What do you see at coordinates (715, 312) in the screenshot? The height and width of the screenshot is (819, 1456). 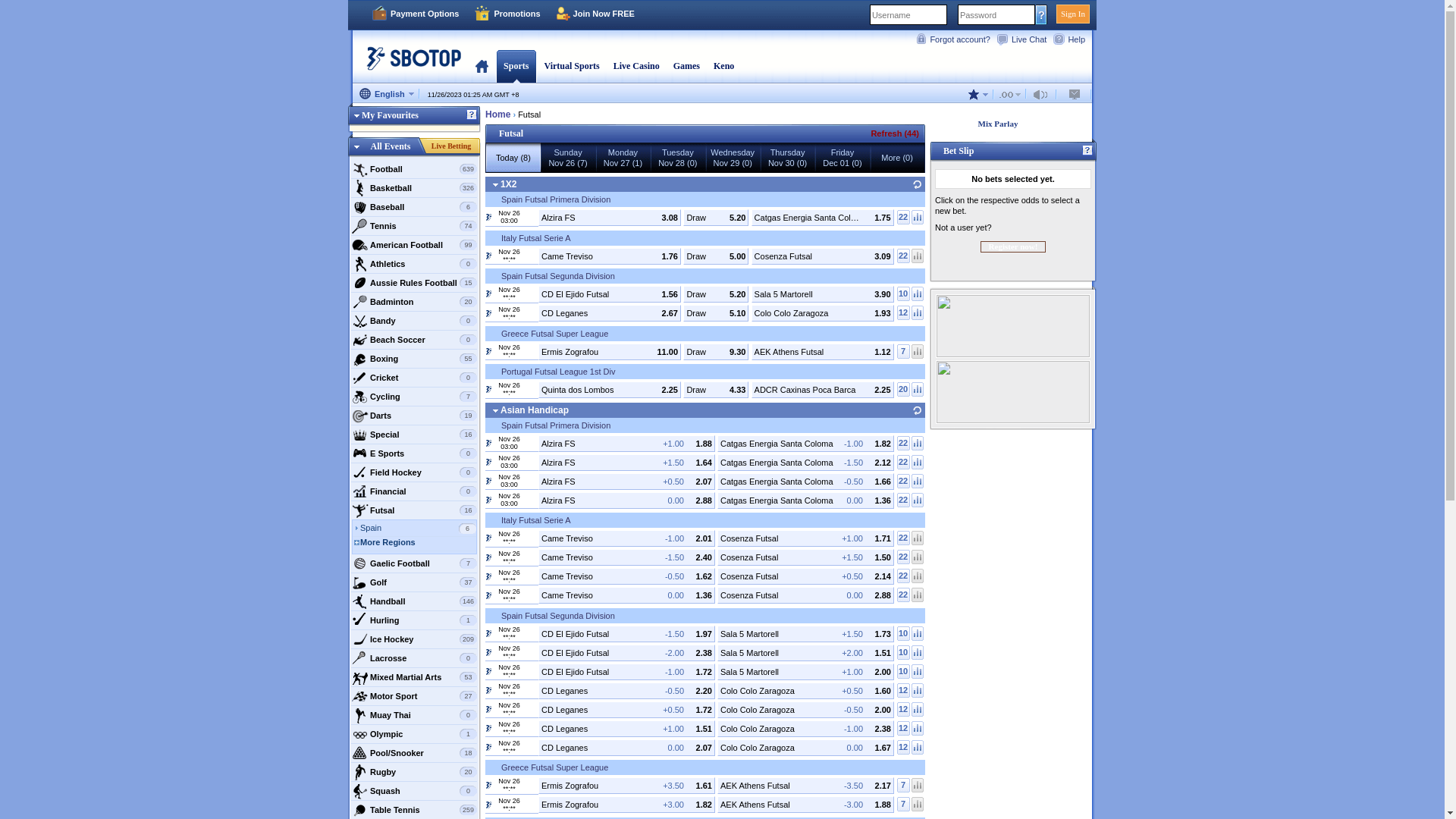 I see `'5.10` at bounding box center [715, 312].